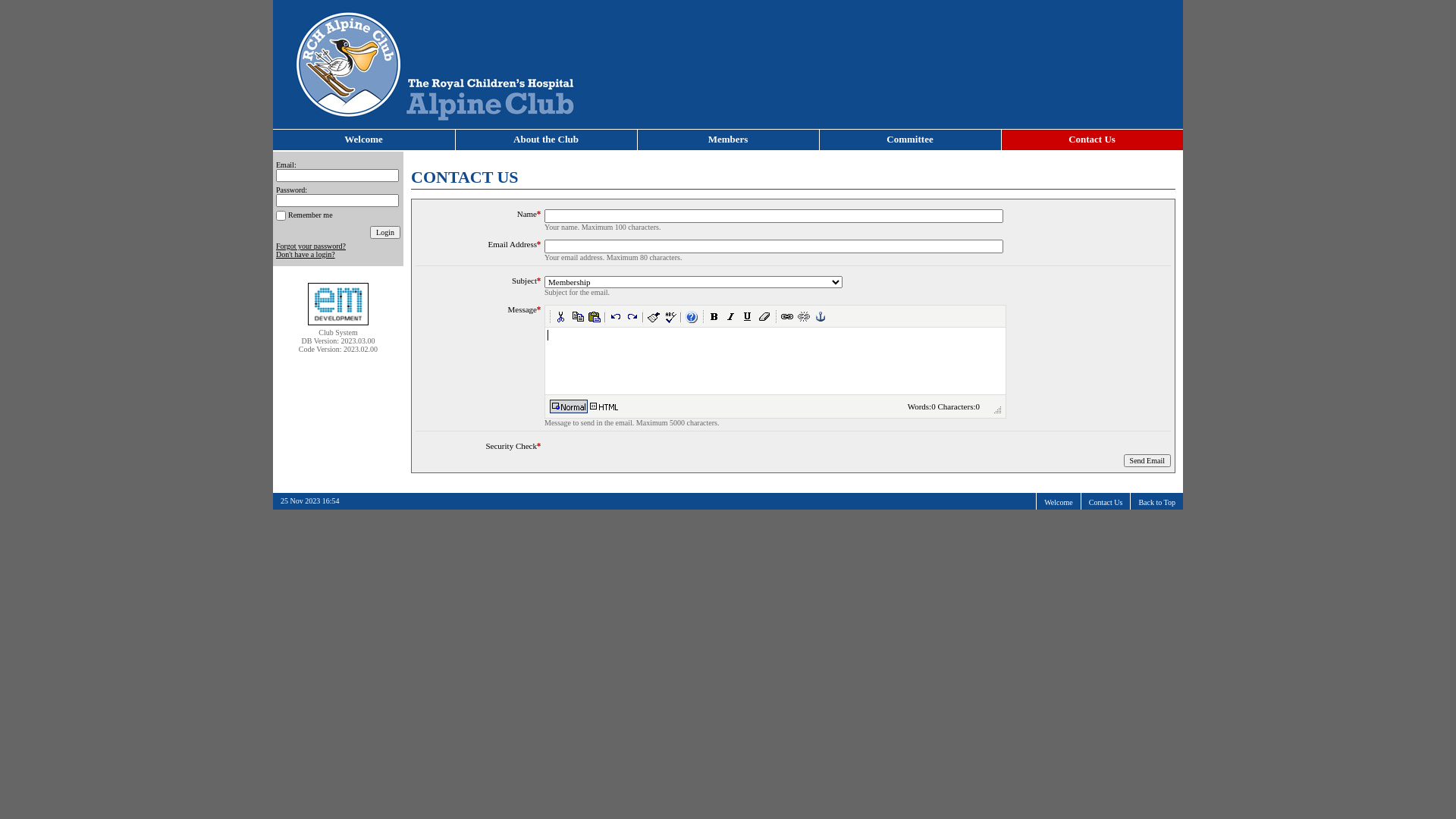  I want to click on 'Insert Anchor', so click(819, 315).